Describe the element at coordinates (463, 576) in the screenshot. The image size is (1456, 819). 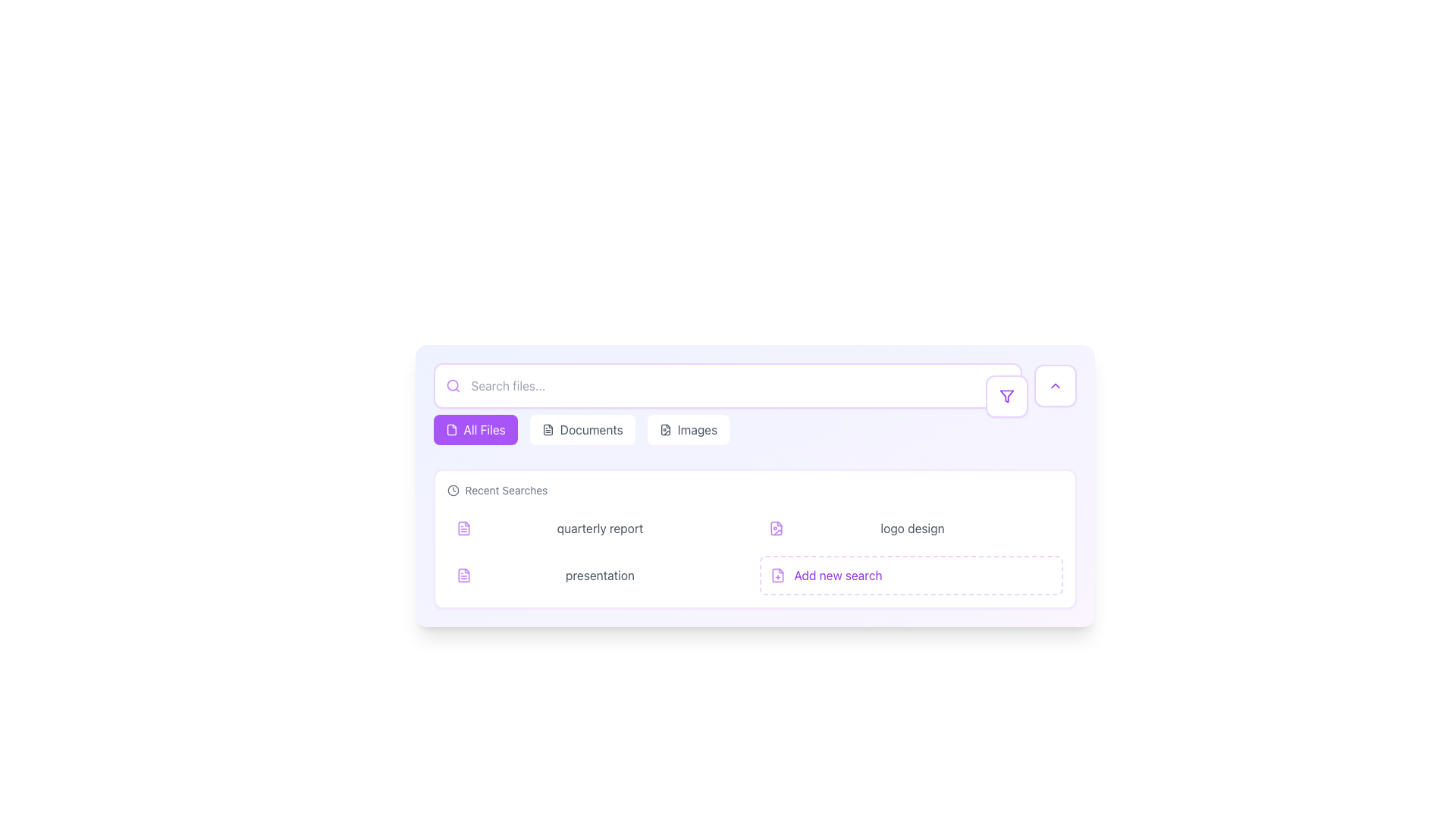
I see `the purple document icon with a folded corner, which is the largest shape in a group of vector paths and positioned near the left side of the second row in the recent searches list` at that location.